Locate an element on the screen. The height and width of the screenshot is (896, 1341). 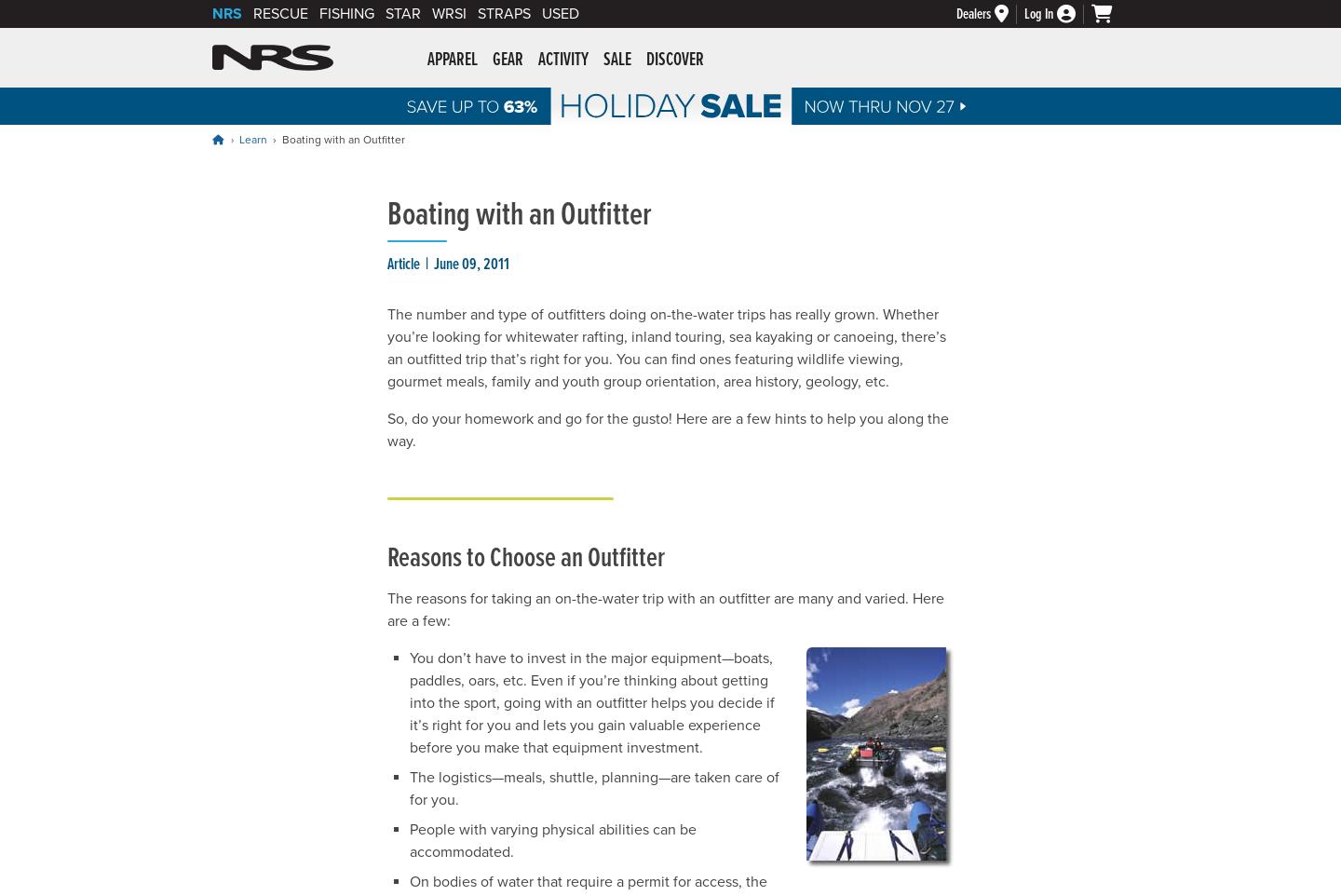
'Article' is located at coordinates (403, 265).